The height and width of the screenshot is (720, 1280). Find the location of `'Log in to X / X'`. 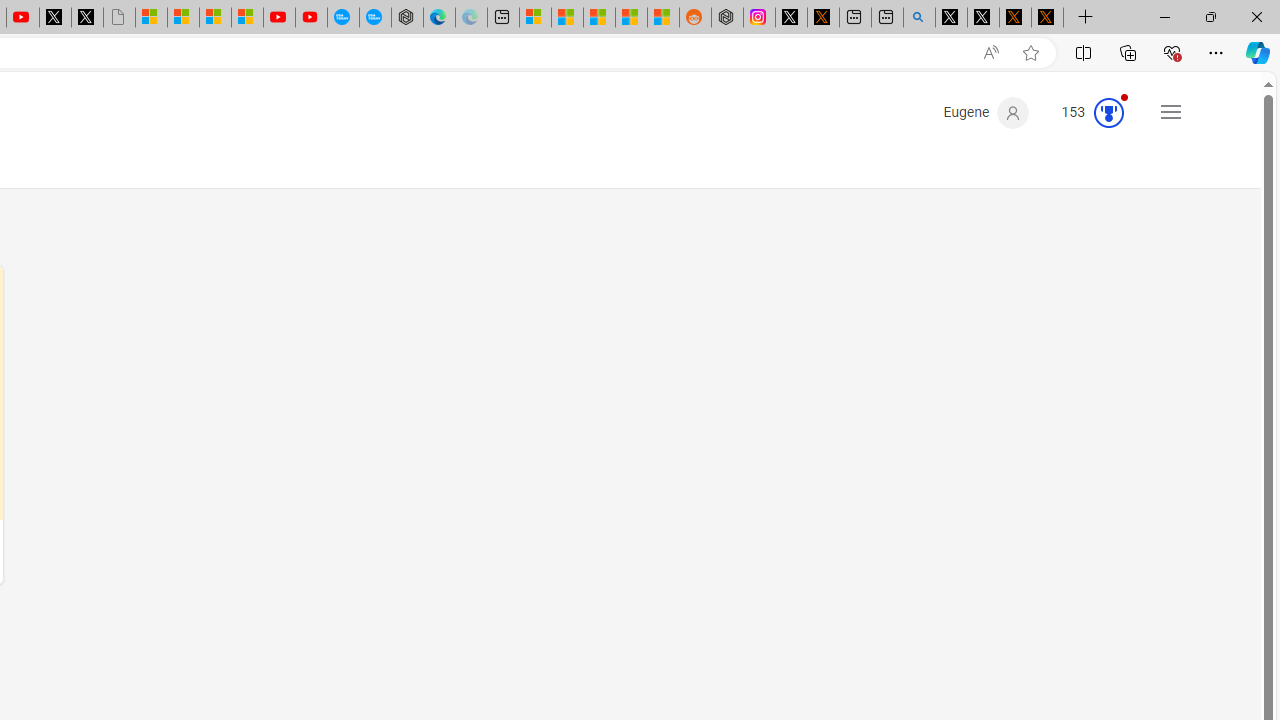

'Log in to X / X' is located at coordinates (790, 17).